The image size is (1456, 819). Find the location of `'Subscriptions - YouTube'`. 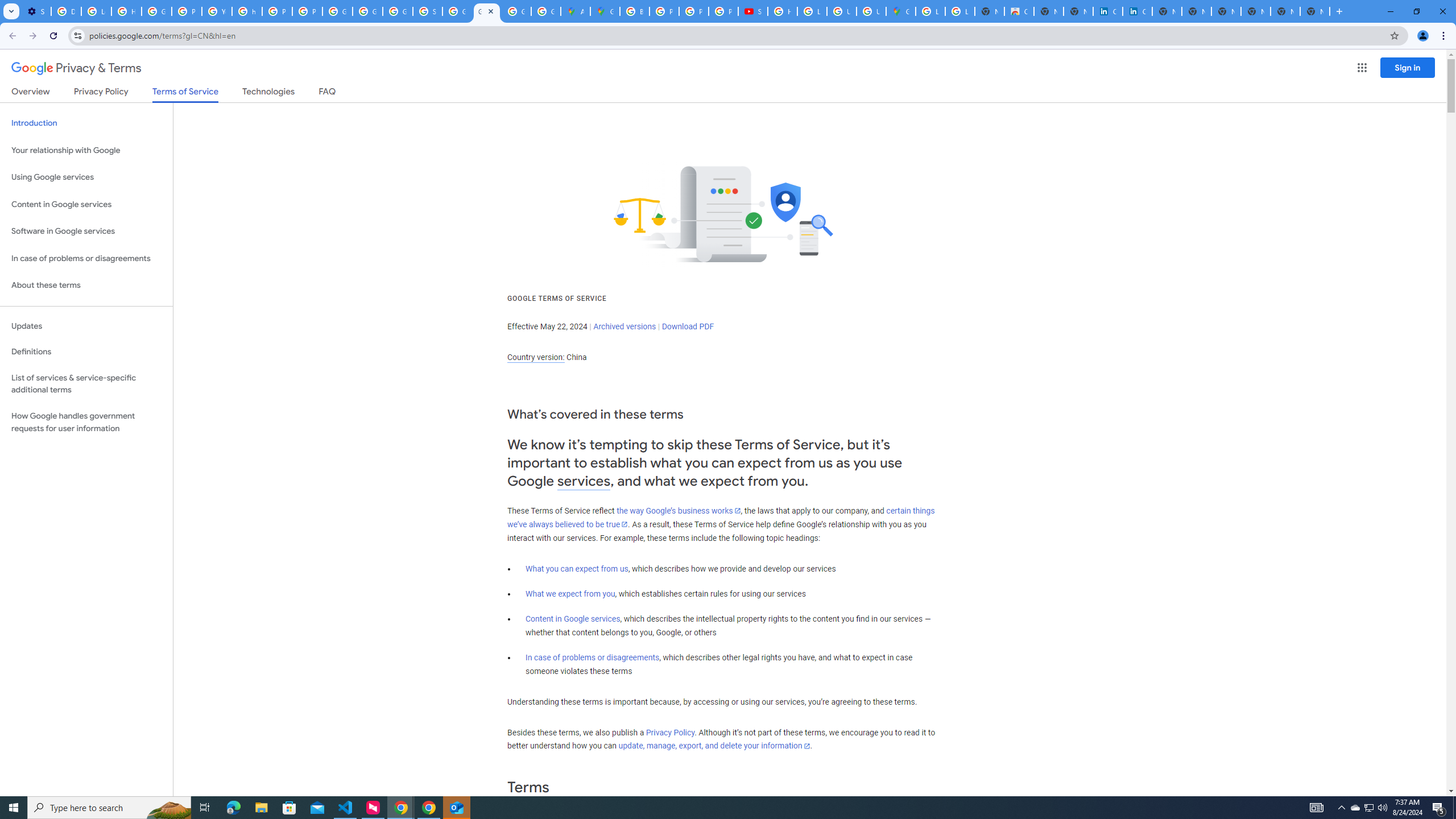

'Subscriptions - YouTube' is located at coordinates (753, 11).